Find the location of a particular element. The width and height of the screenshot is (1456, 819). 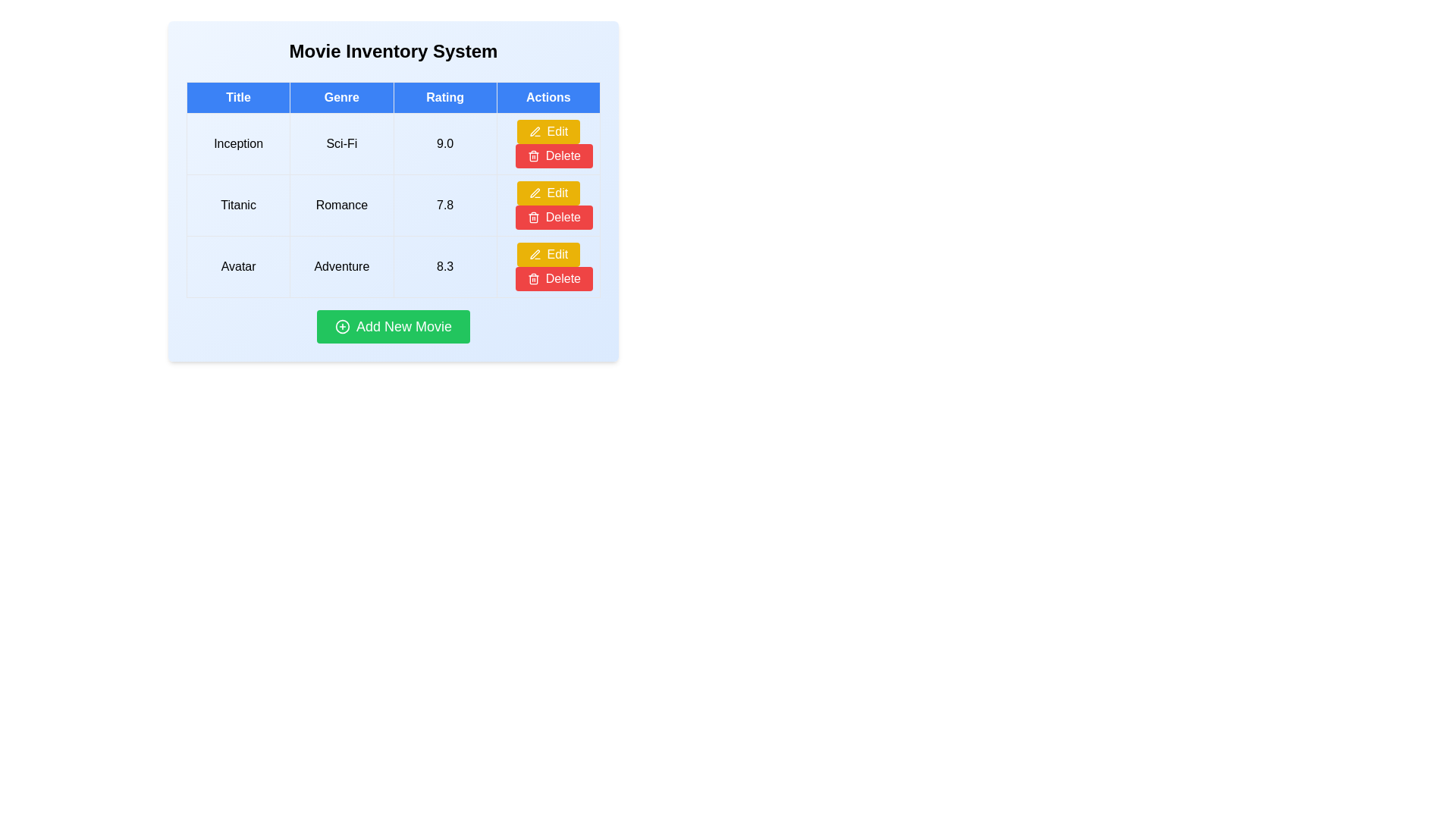

the trash bin icon within the red 'Delete' button is located at coordinates (533, 278).